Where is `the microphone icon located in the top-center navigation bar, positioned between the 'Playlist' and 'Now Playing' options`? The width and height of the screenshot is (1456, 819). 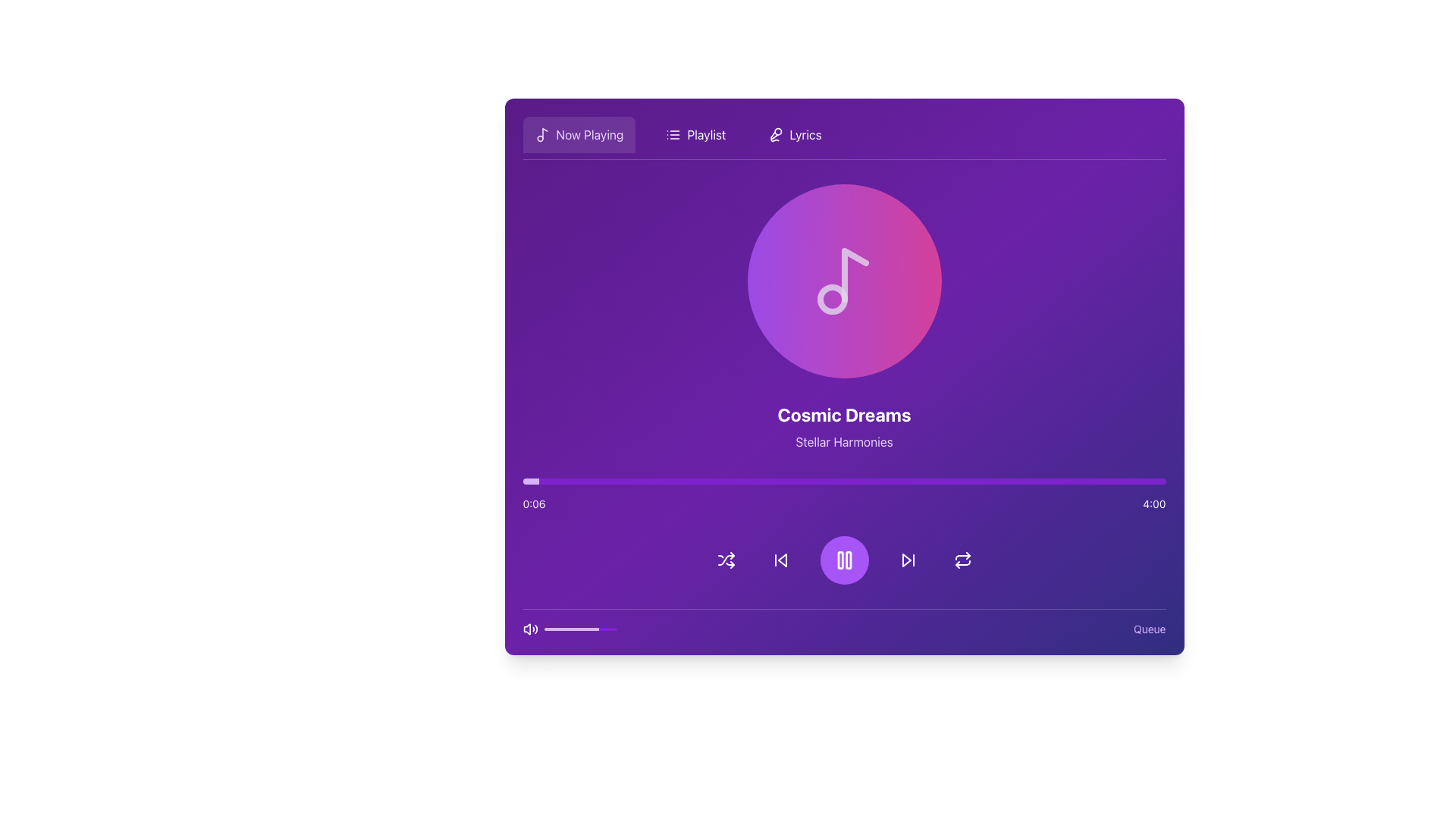
the microphone icon located in the top-center navigation bar, positioned between the 'Playlist' and 'Now Playing' options is located at coordinates (774, 134).